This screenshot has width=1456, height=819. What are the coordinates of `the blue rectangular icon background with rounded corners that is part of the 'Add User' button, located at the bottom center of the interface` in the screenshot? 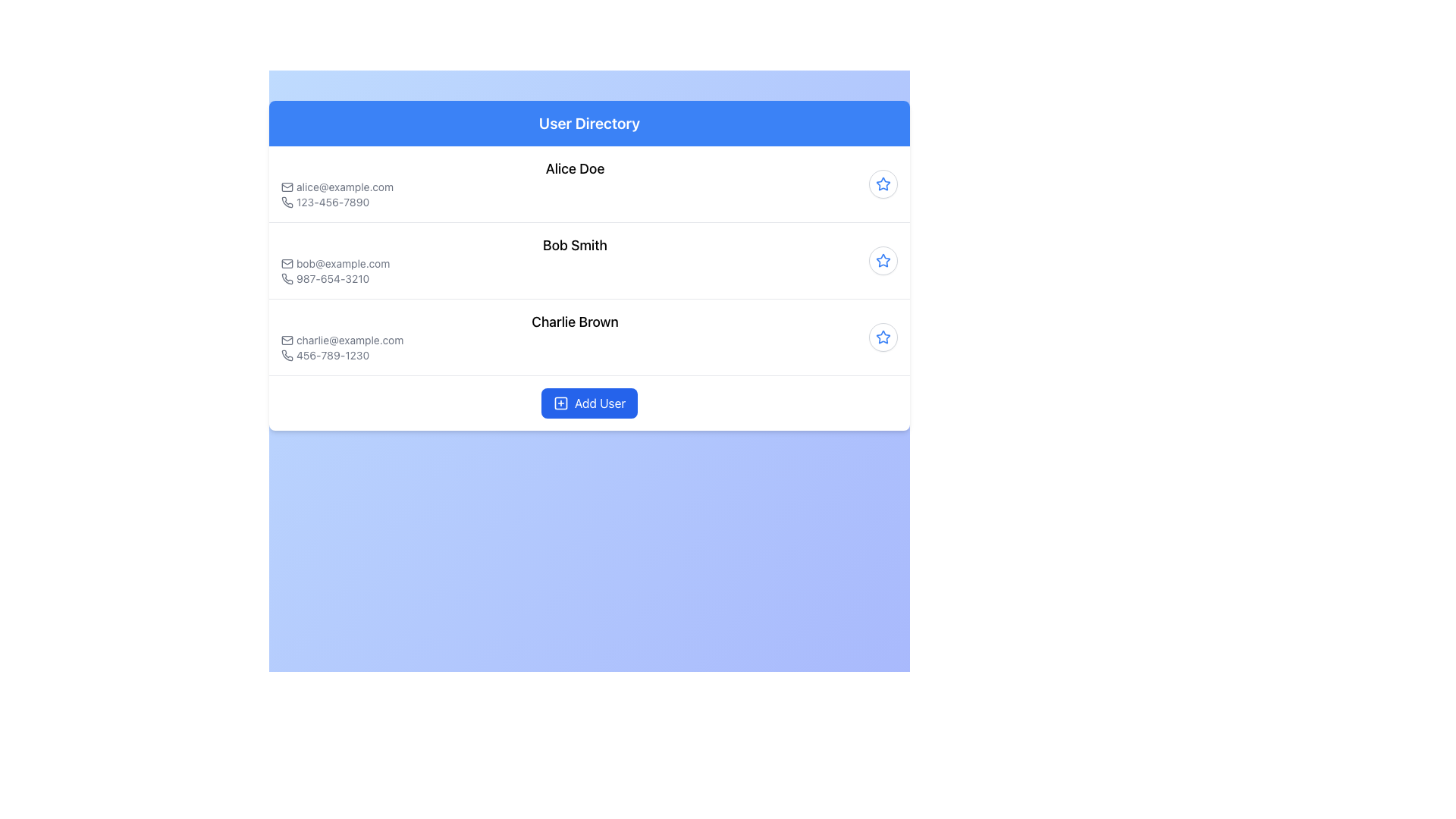 It's located at (560, 403).